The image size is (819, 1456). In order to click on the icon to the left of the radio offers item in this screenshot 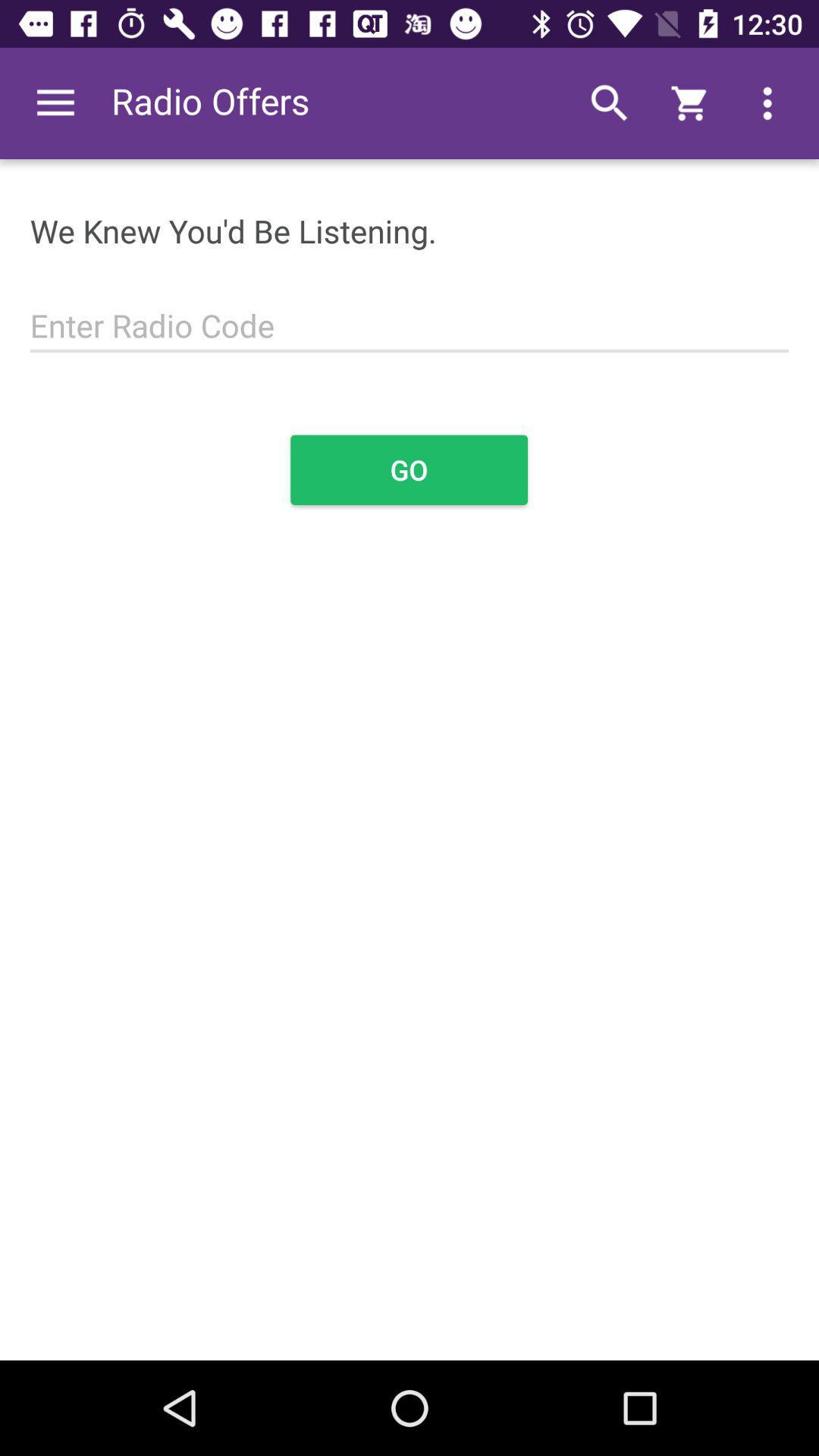, I will do `click(55, 102)`.